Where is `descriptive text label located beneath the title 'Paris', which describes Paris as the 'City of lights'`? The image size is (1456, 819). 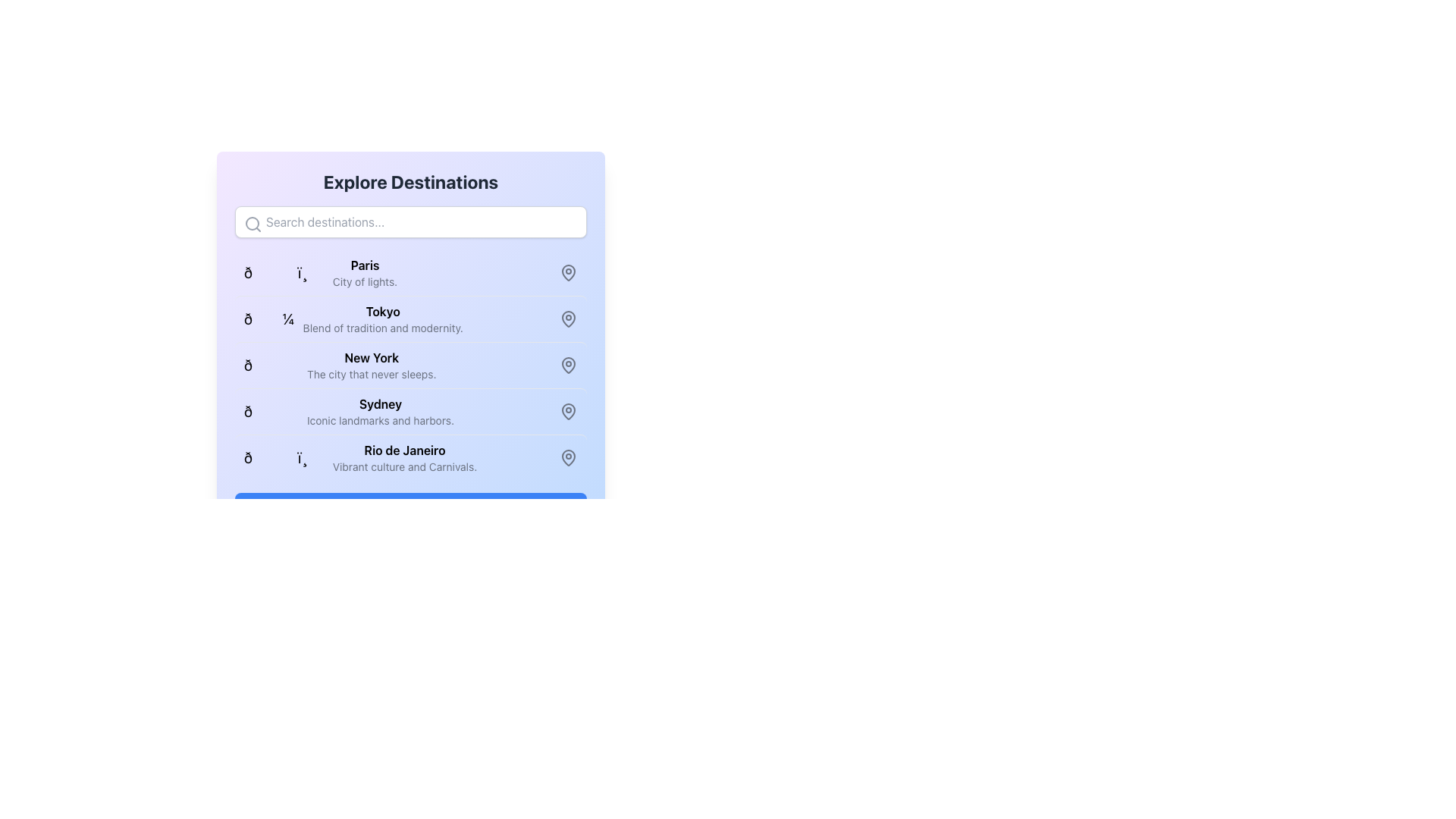 descriptive text label located beneath the title 'Paris', which describes Paris as the 'City of lights' is located at coordinates (365, 281).